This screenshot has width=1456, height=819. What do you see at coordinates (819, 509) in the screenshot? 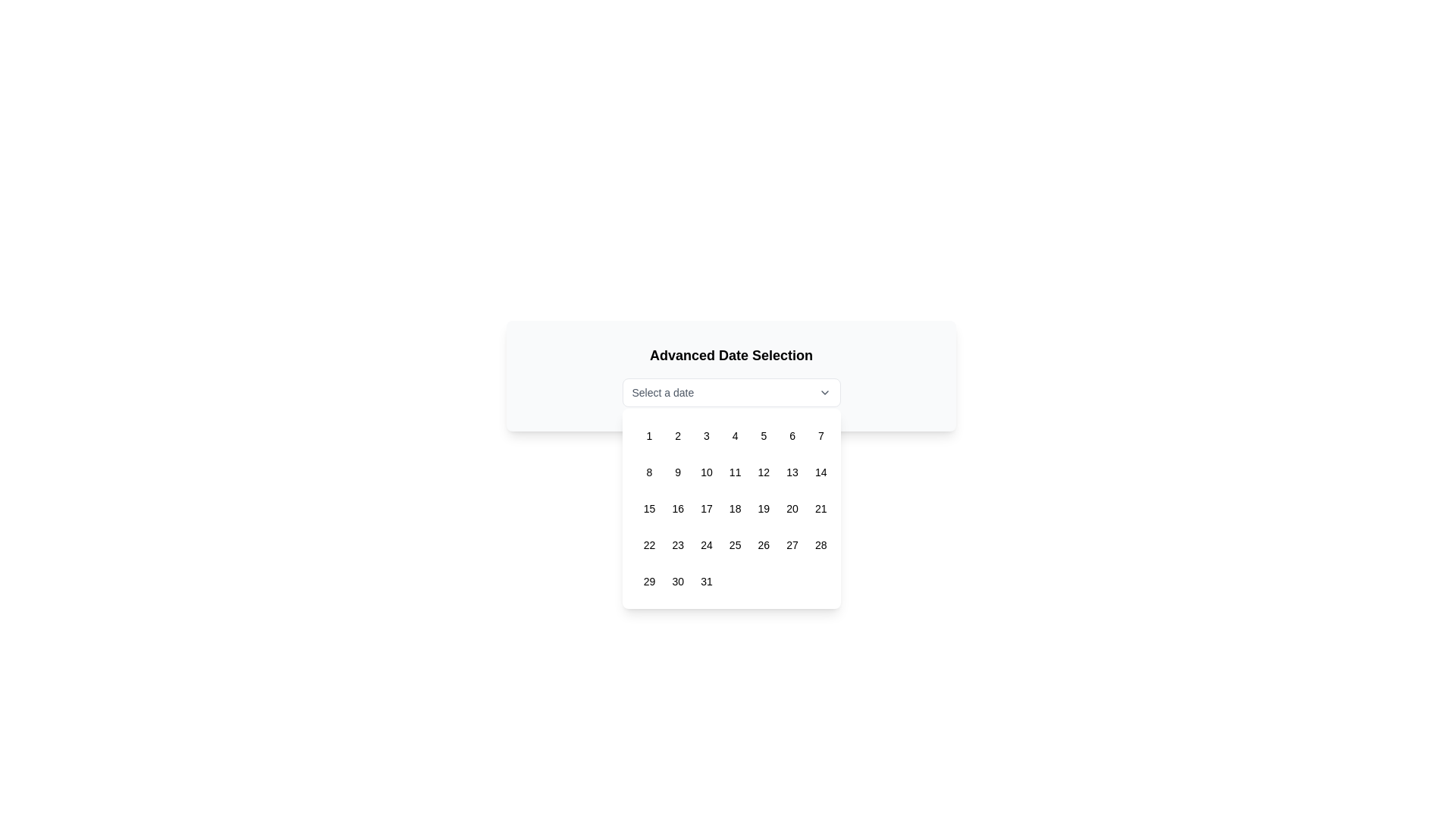
I see `the square button labeled '21' located in the third row and seventh column of the 7x5 grid` at bounding box center [819, 509].